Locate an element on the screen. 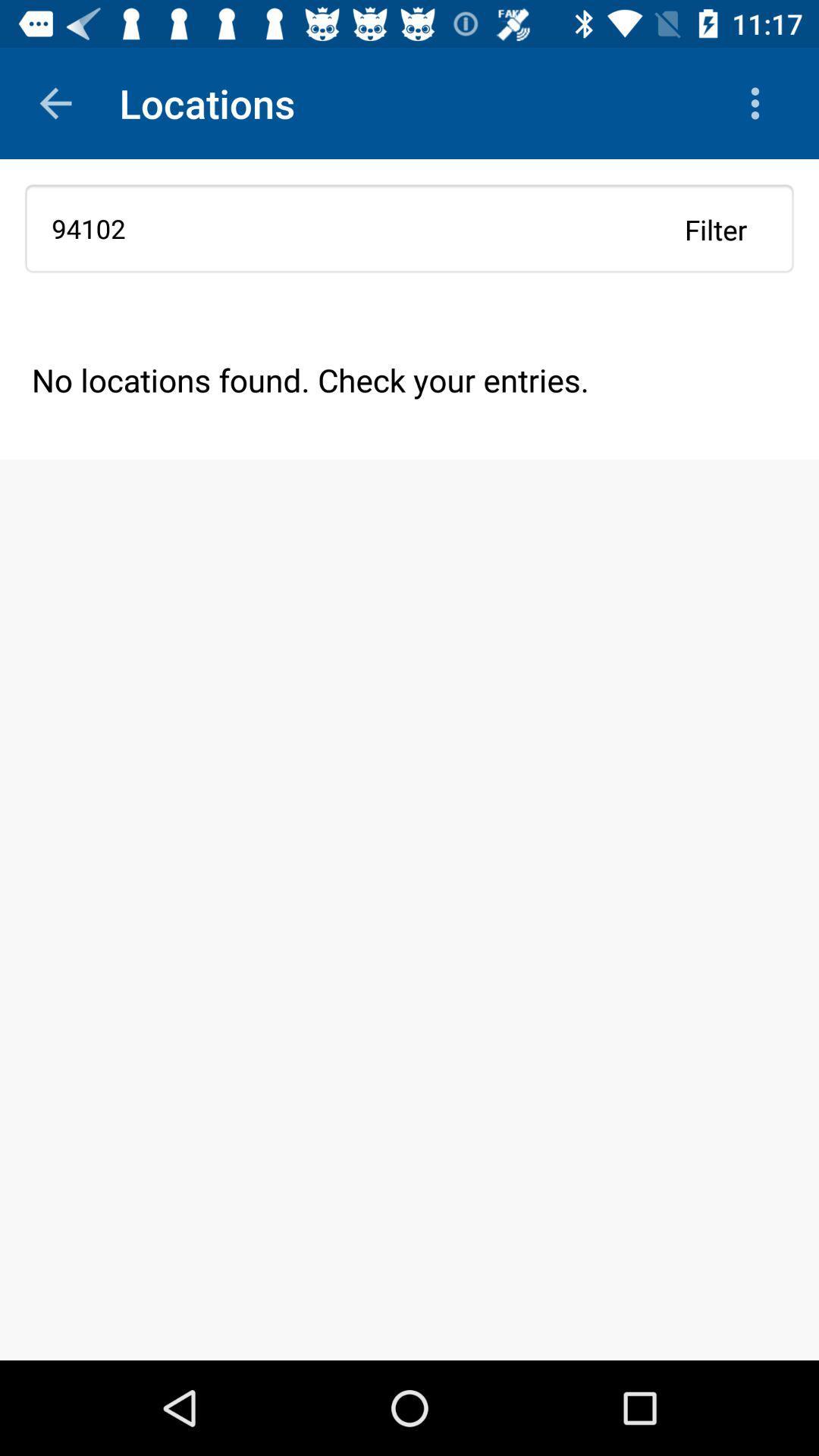  the item next to the locations is located at coordinates (759, 102).